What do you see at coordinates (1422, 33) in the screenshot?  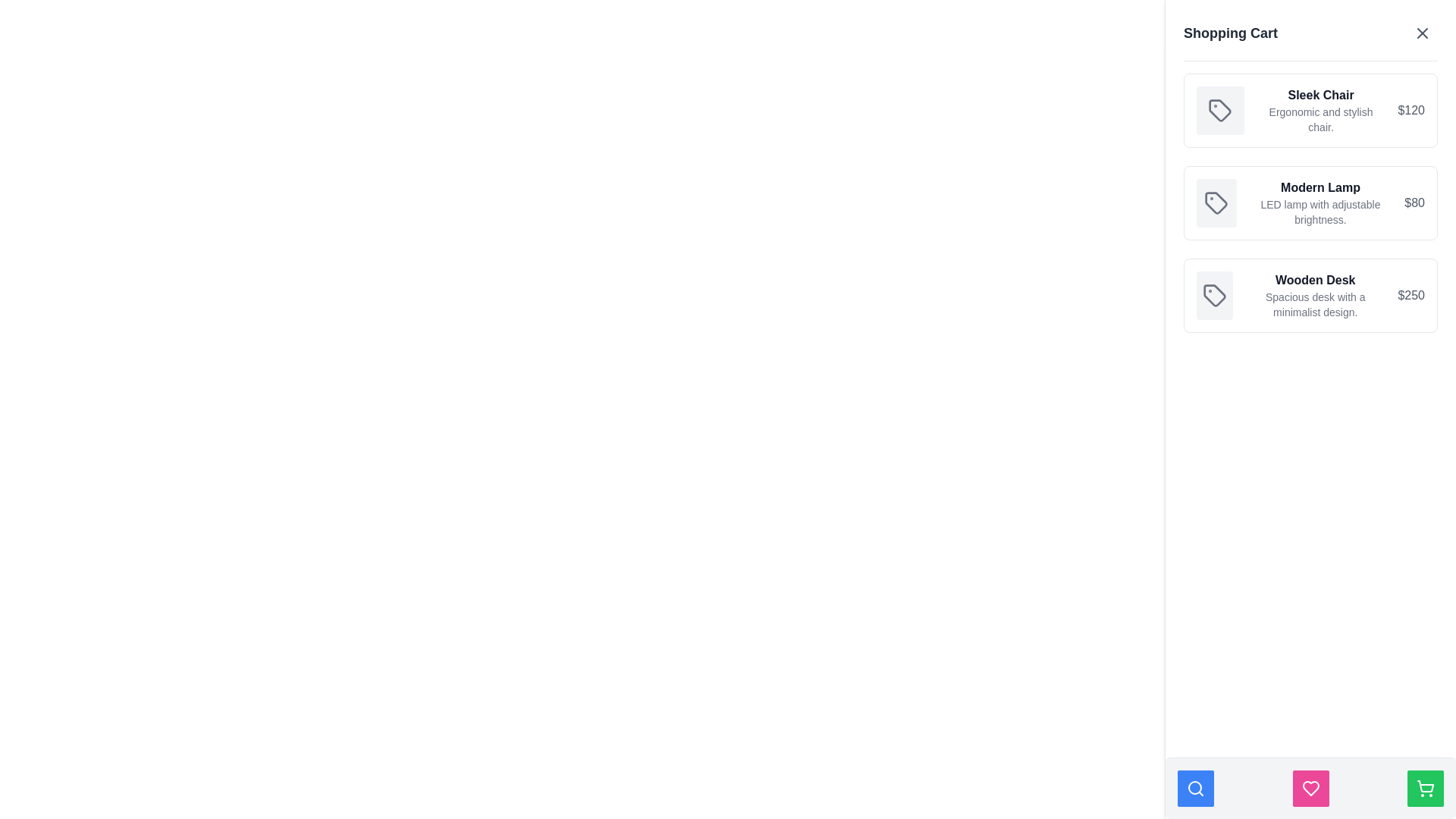 I see `the close button located at the top-right corner of the 'Shopping Cart' panel to change its color` at bounding box center [1422, 33].